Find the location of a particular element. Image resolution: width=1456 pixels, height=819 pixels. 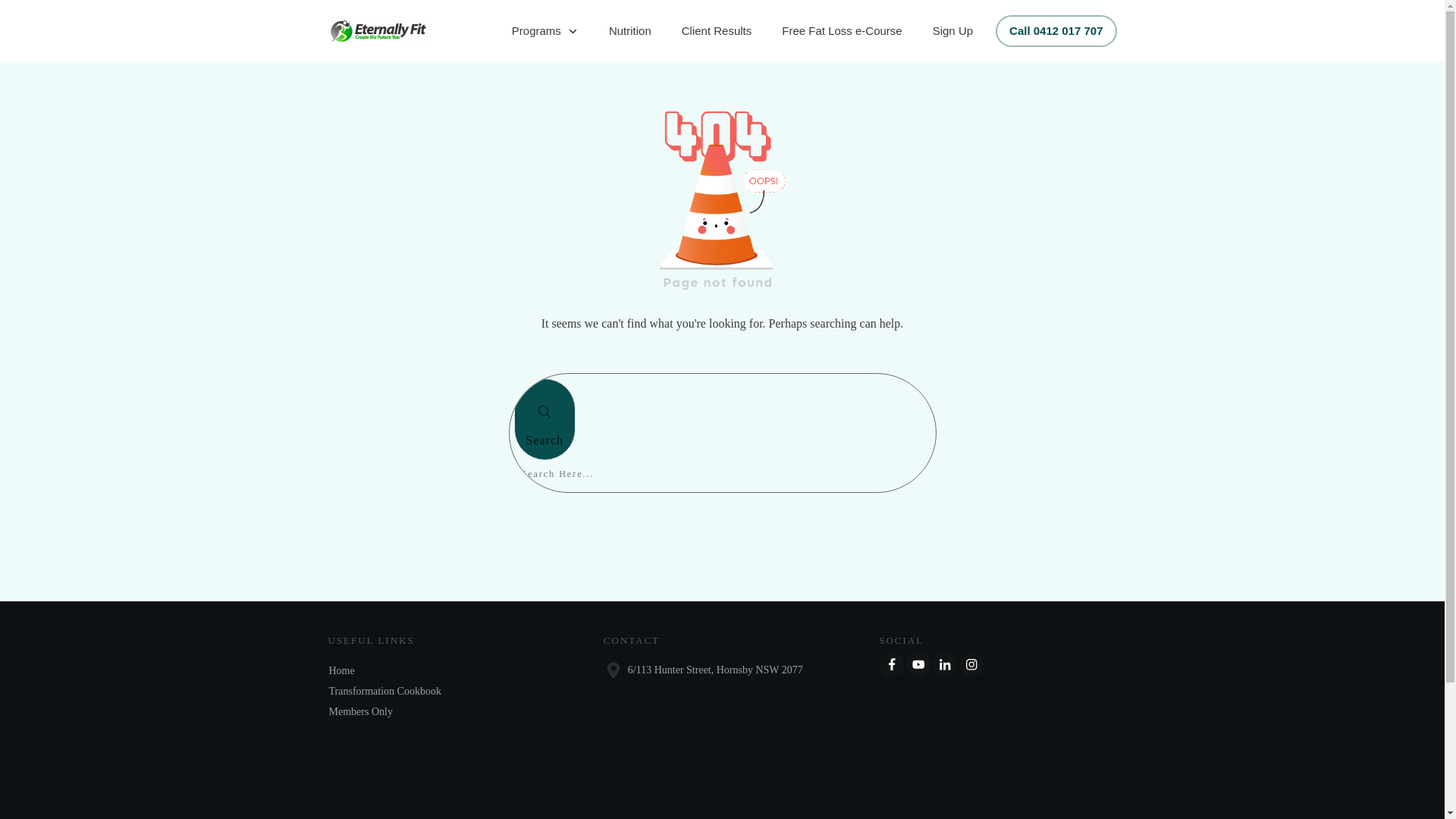

'Members Only' is located at coordinates (328, 711).